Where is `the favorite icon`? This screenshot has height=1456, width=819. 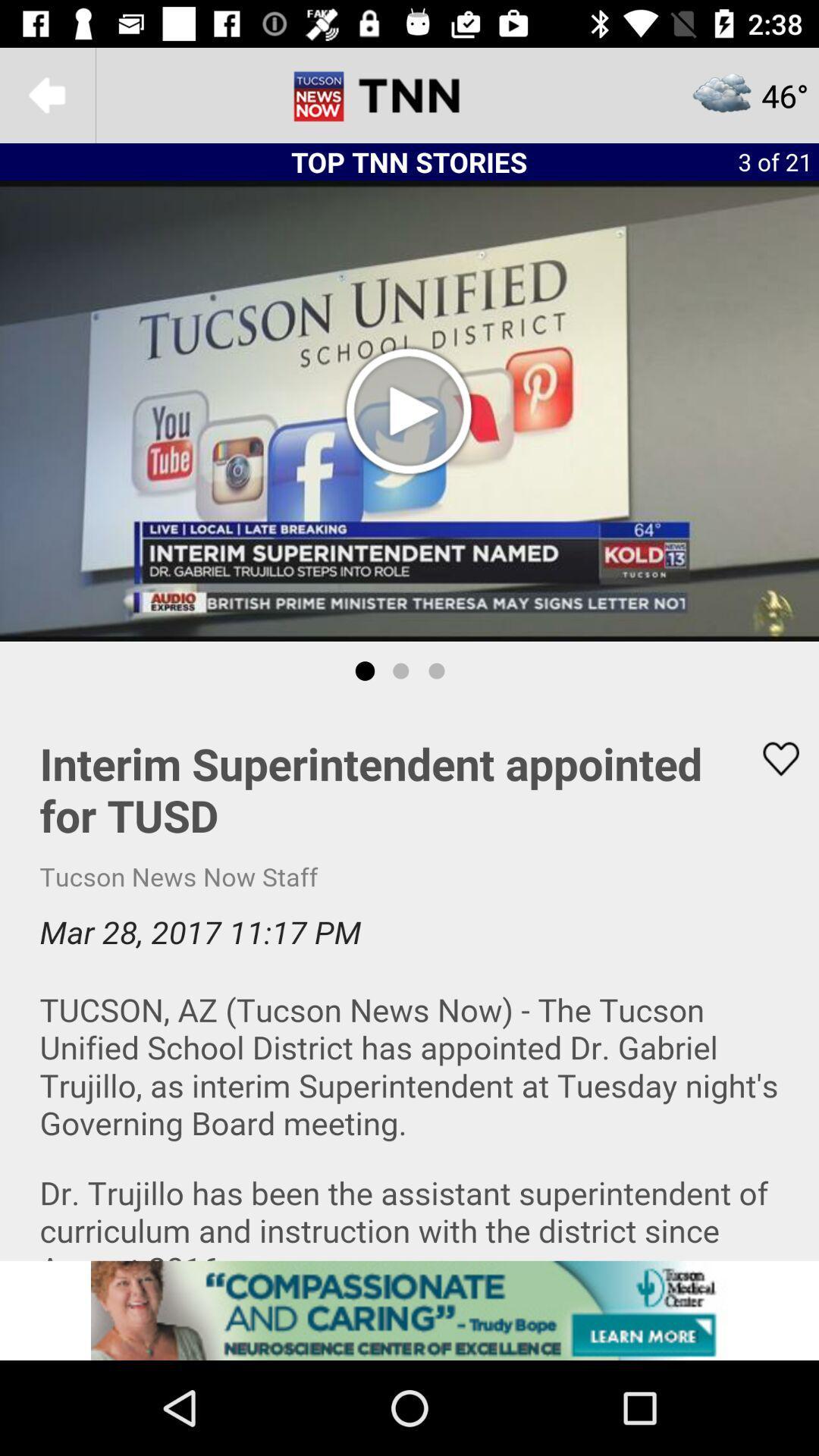 the favorite icon is located at coordinates (771, 758).